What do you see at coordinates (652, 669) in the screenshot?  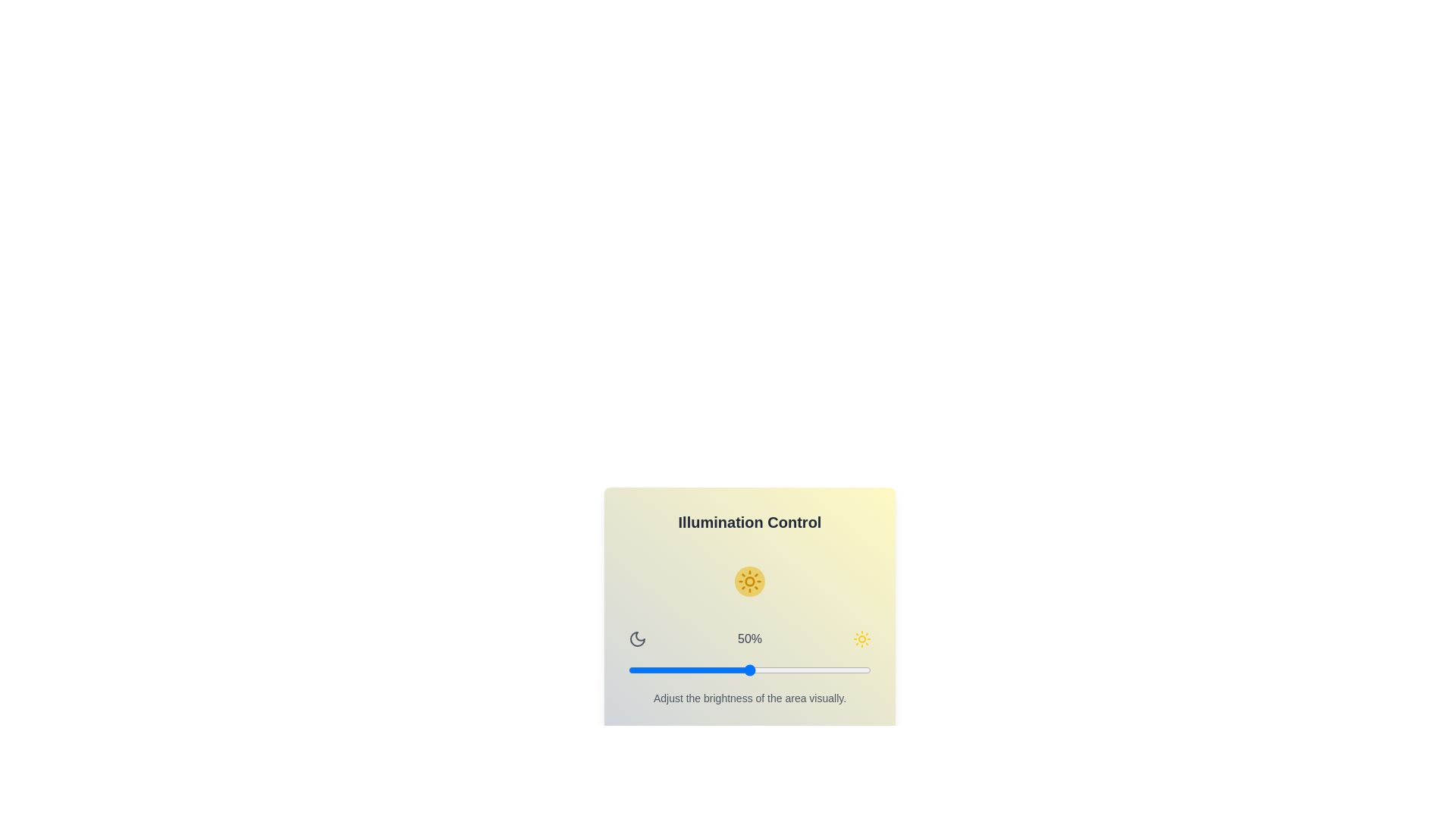 I see `the brightness slider to 10%` at bounding box center [652, 669].